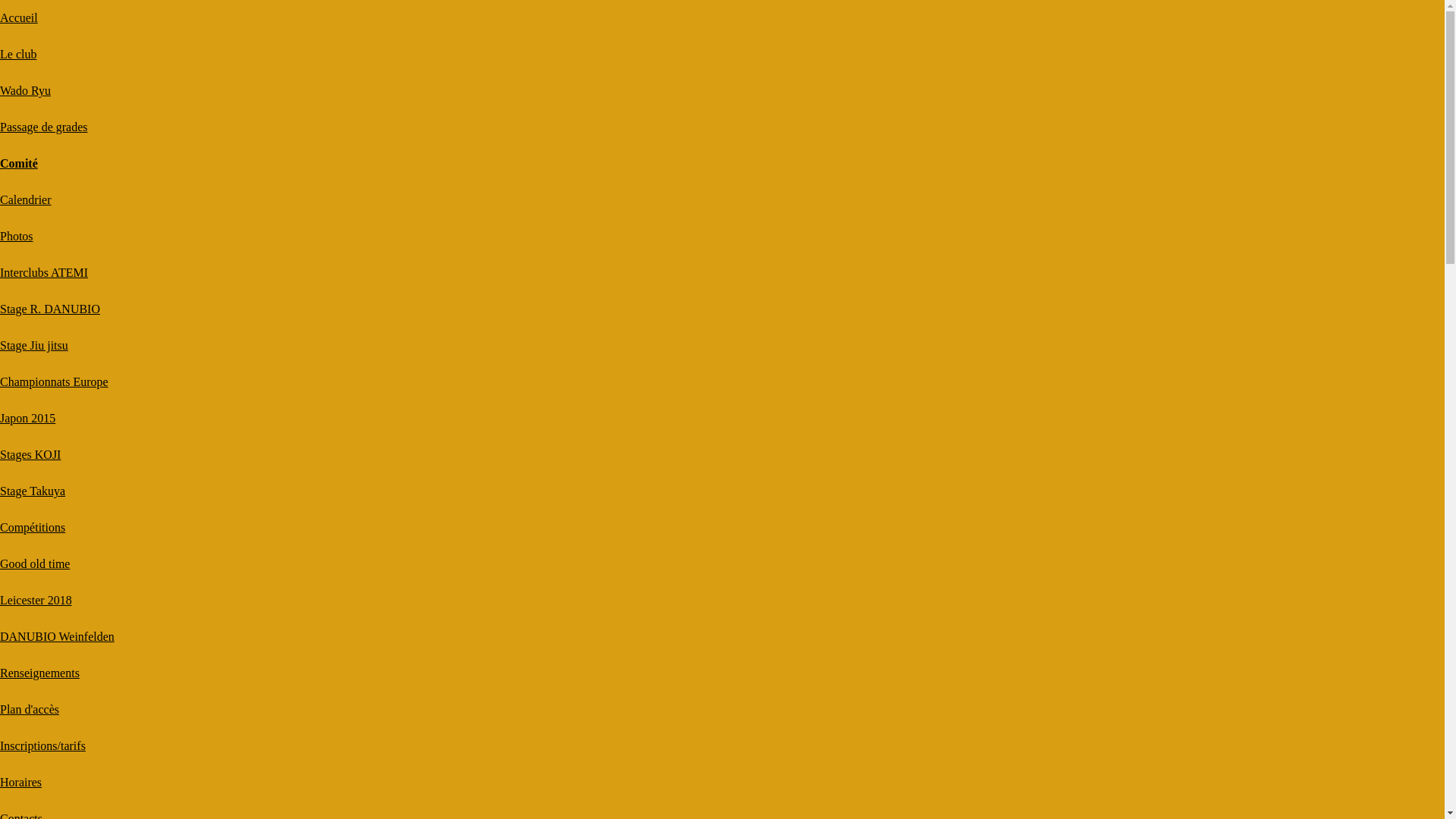  What do you see at coordinates (20, 782) in the screenshot?
I see `'Horaires'` at bounding box center [20, 782].